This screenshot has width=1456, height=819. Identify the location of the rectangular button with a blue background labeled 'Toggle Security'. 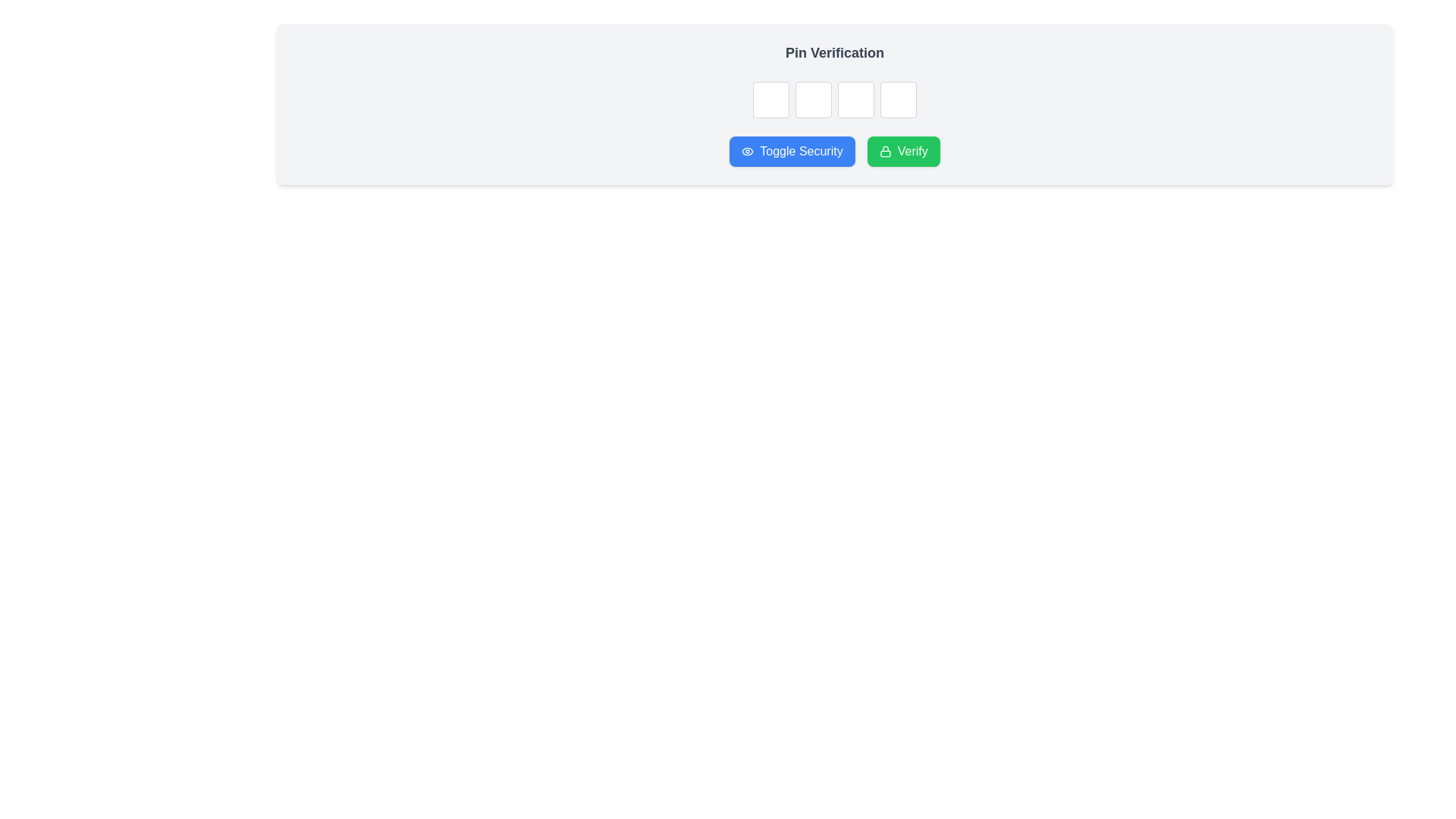
(792, 152).